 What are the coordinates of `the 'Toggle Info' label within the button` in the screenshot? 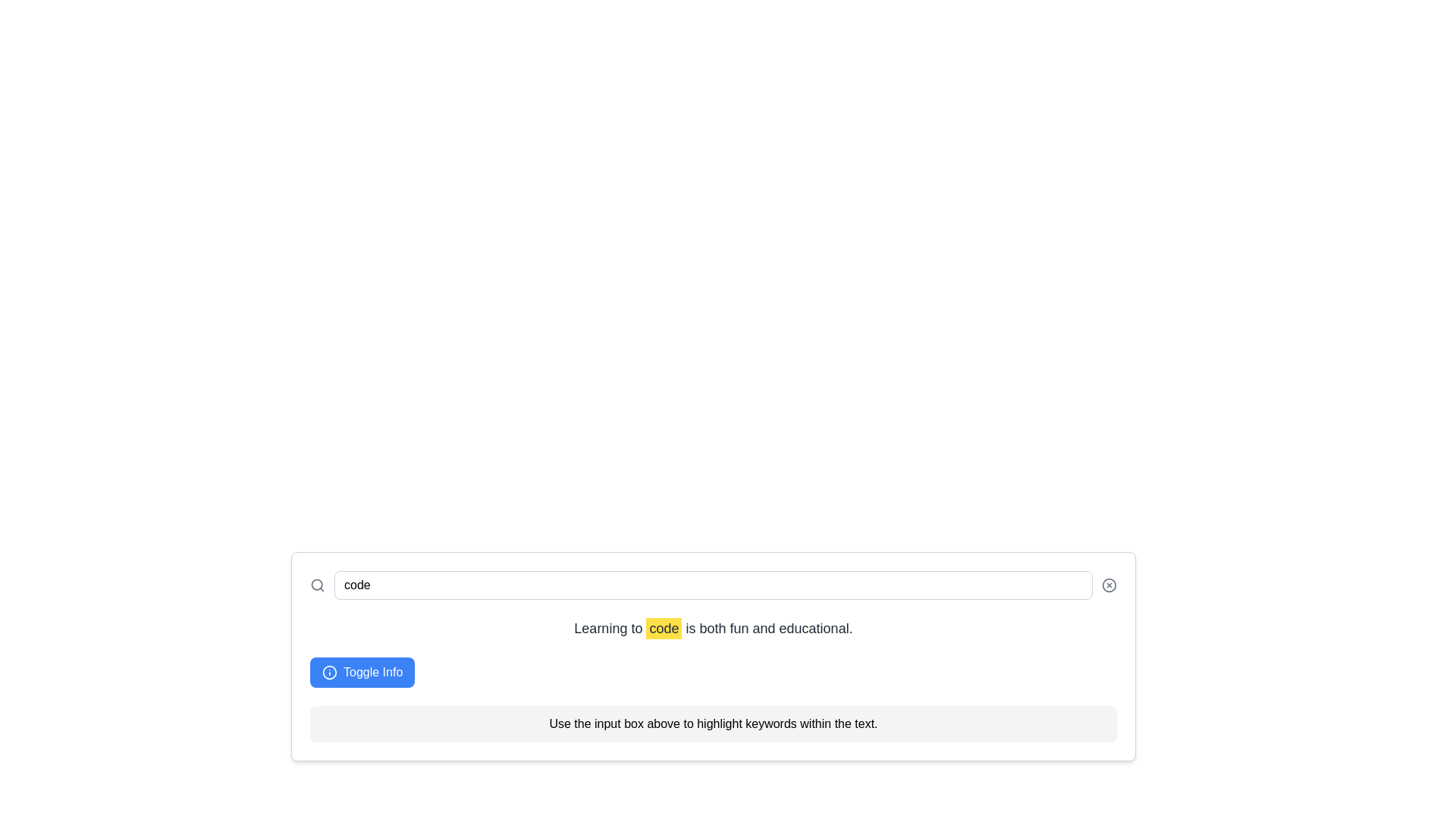 It's located at (373, 672).